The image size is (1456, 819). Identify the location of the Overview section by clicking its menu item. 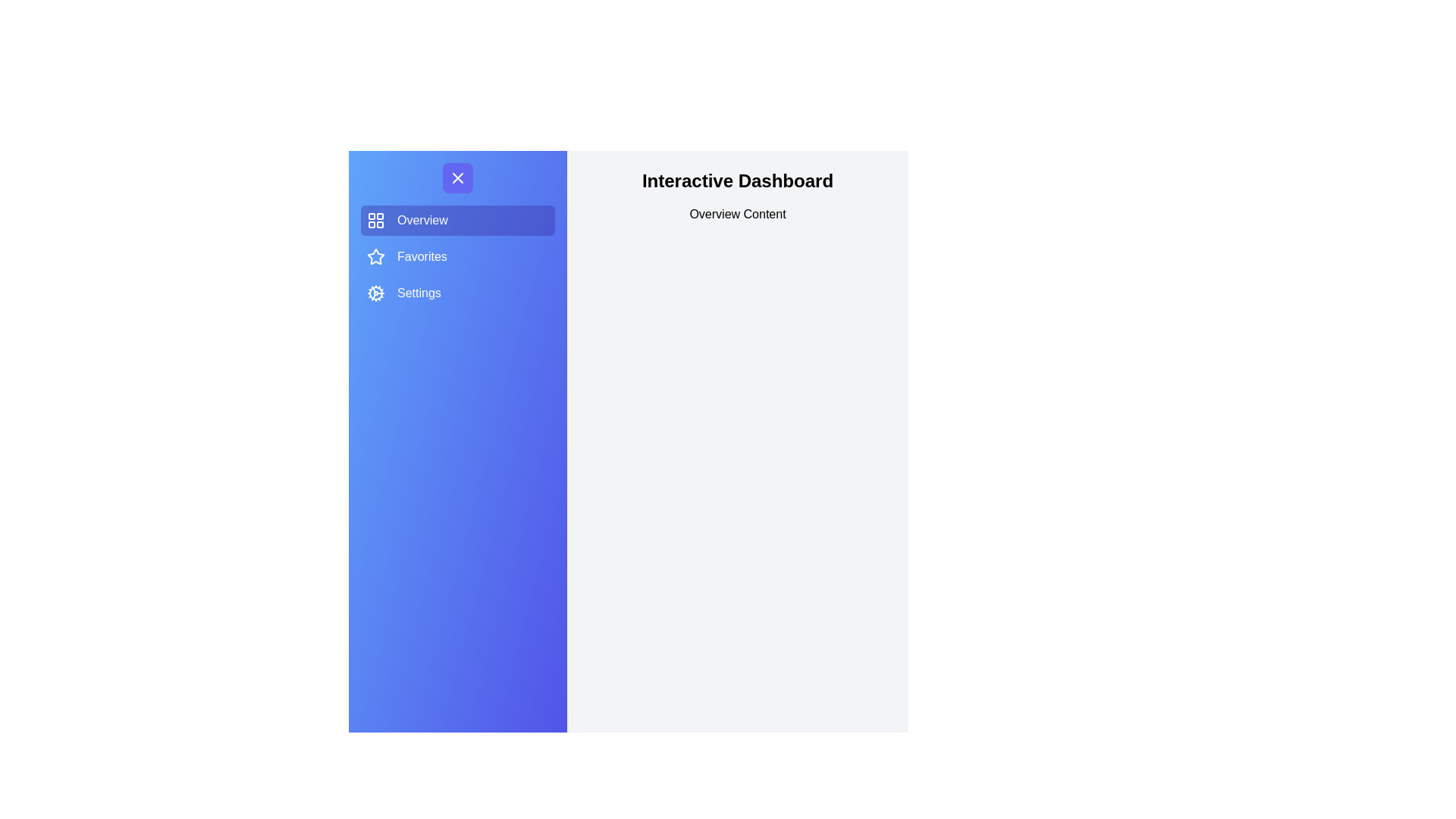
(457, 220).